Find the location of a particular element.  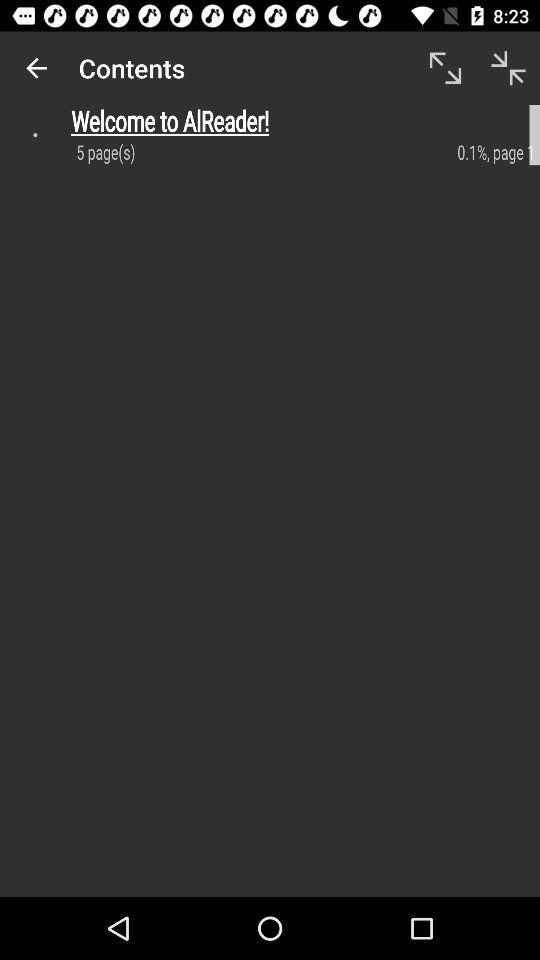

item next to contents app is located at coordinates (445, 68).